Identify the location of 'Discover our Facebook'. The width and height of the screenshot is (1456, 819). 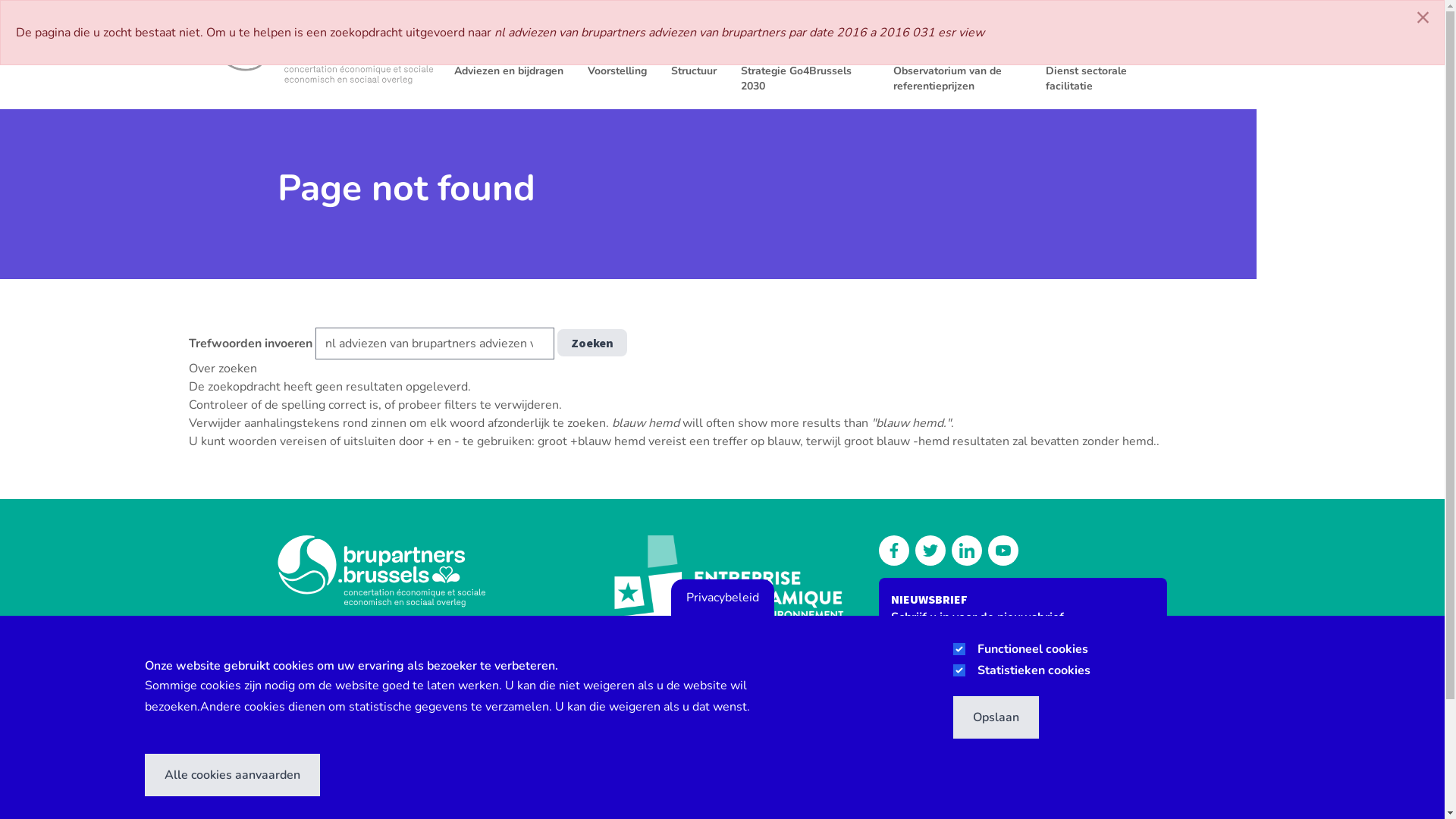
(894, 550).